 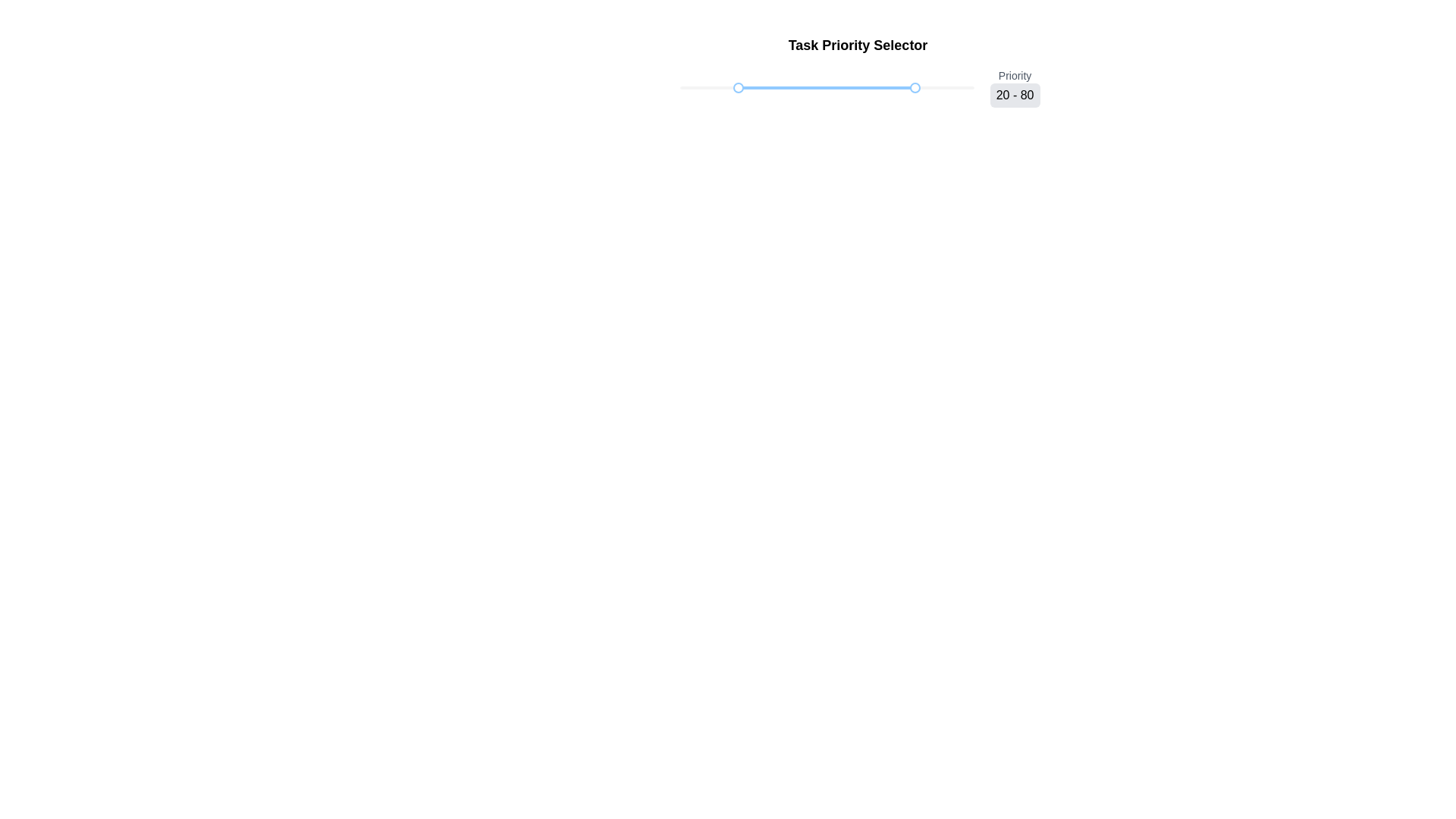 I want to click on the slider, so click(x=701, y=87).